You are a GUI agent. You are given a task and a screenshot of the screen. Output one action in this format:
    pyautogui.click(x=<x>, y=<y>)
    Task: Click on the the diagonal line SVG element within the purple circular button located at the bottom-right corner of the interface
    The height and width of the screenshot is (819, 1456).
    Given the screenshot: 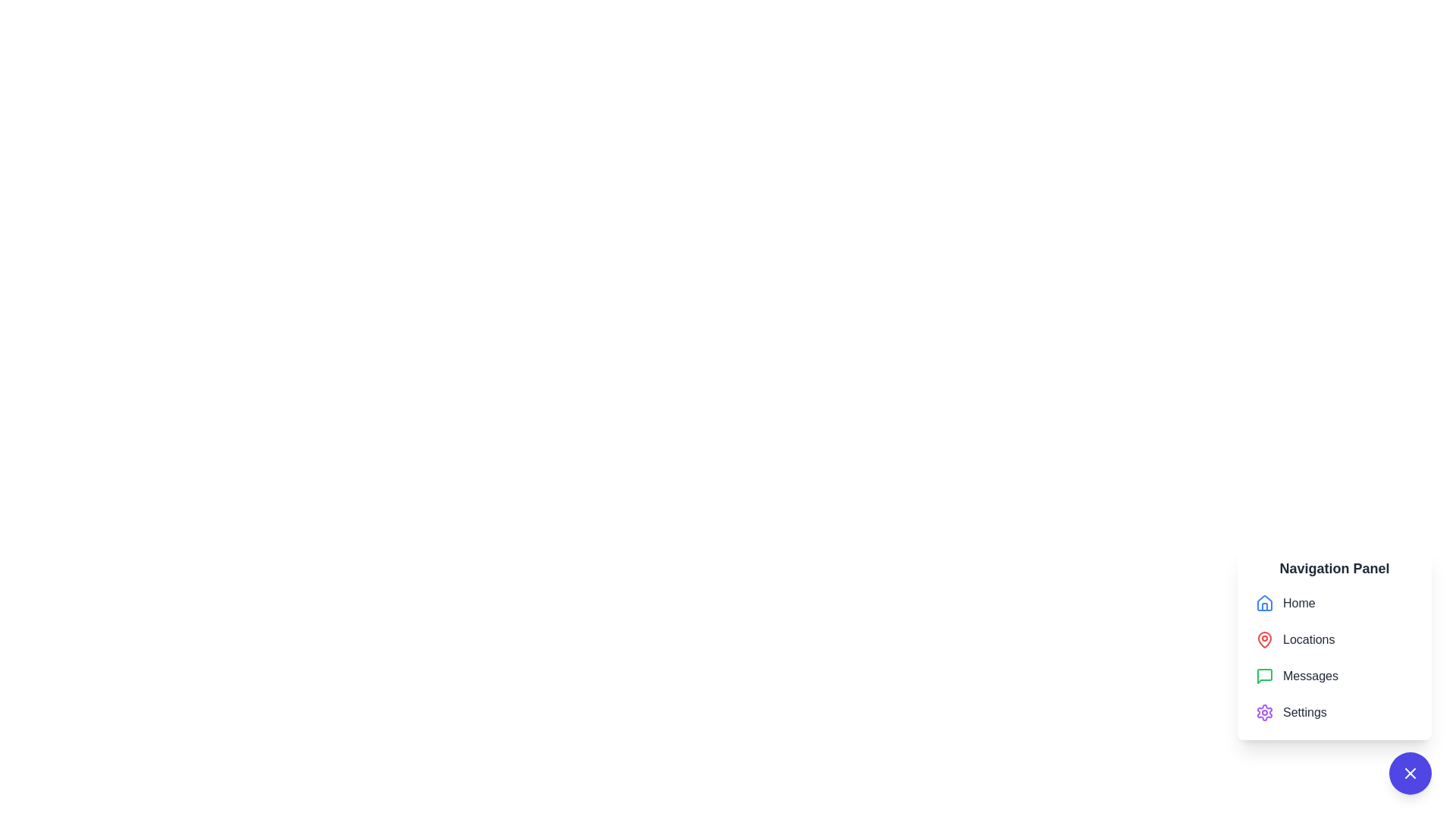 What is the action you would take?
    pyautogui.click(x=1410, y=773)
    